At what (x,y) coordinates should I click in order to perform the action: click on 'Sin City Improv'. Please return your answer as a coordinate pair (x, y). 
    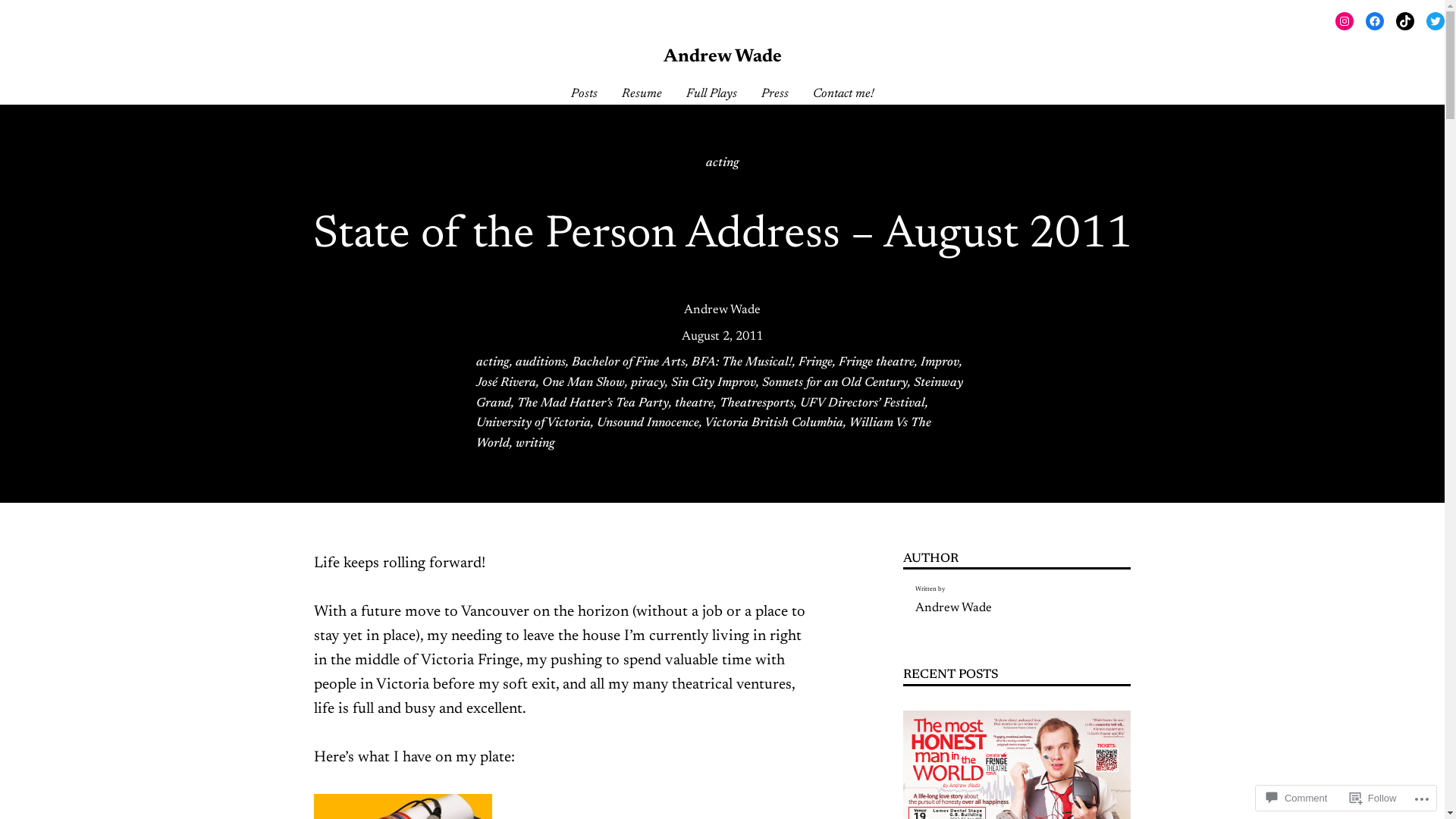
    Looking at the image, I should click on (669, 382).